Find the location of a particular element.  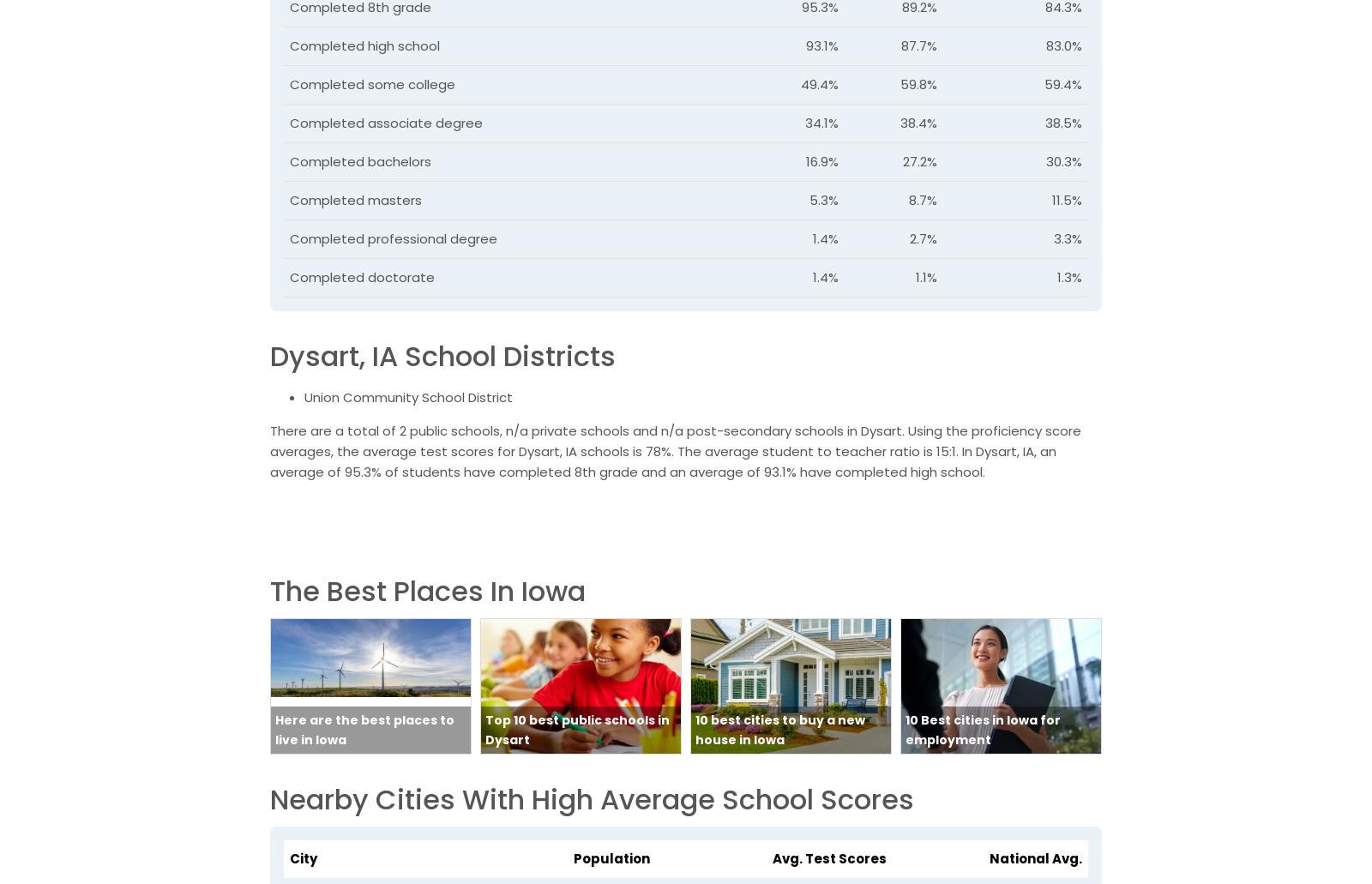

'Top 10 best public schools in Dysart' is located at coordinates (484, 729).